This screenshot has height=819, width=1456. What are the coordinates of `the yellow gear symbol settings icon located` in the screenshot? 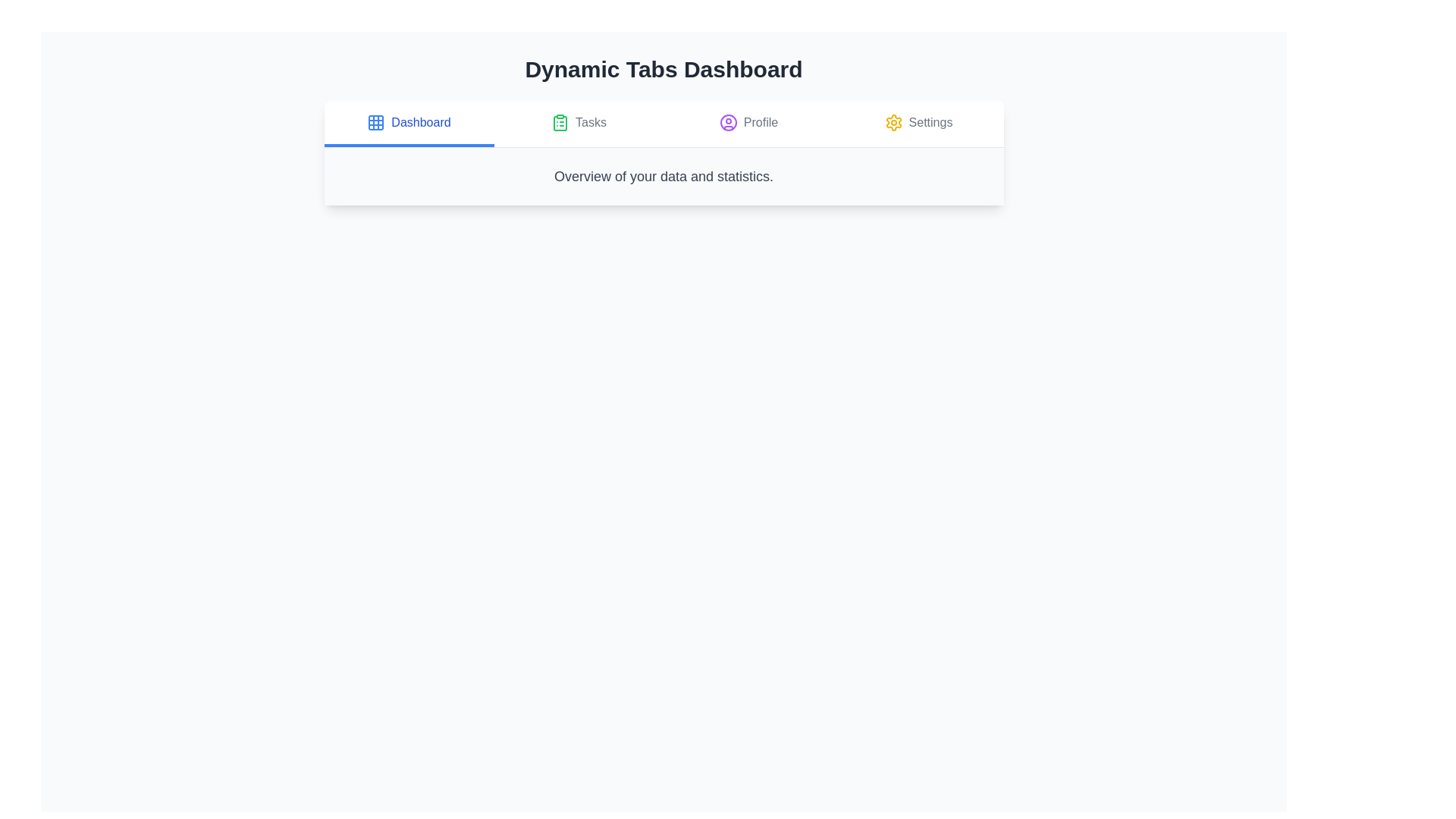 It's located at (893, 122).